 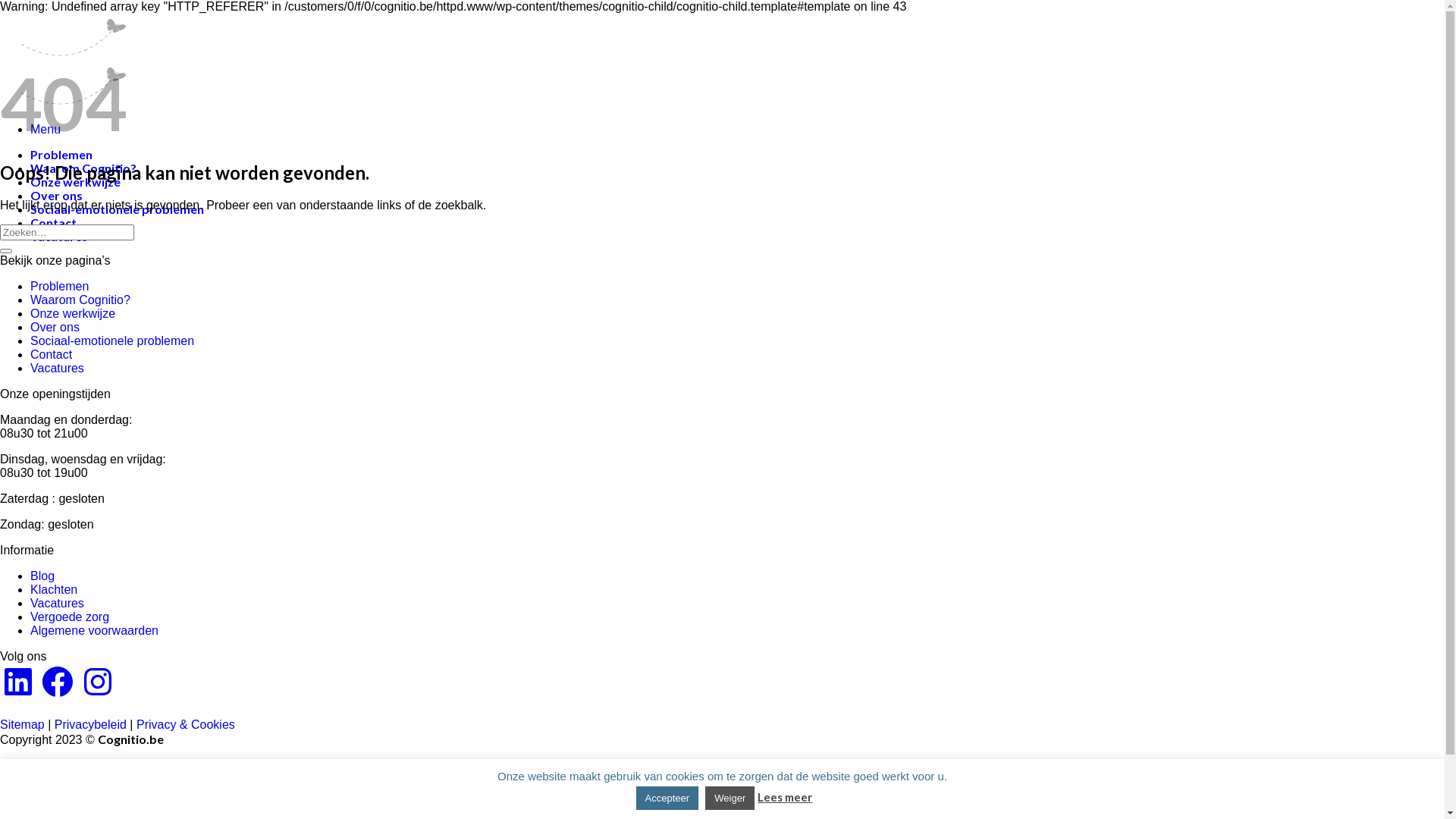 I want to click on 'Vacatures', so click(x=58, y=236).